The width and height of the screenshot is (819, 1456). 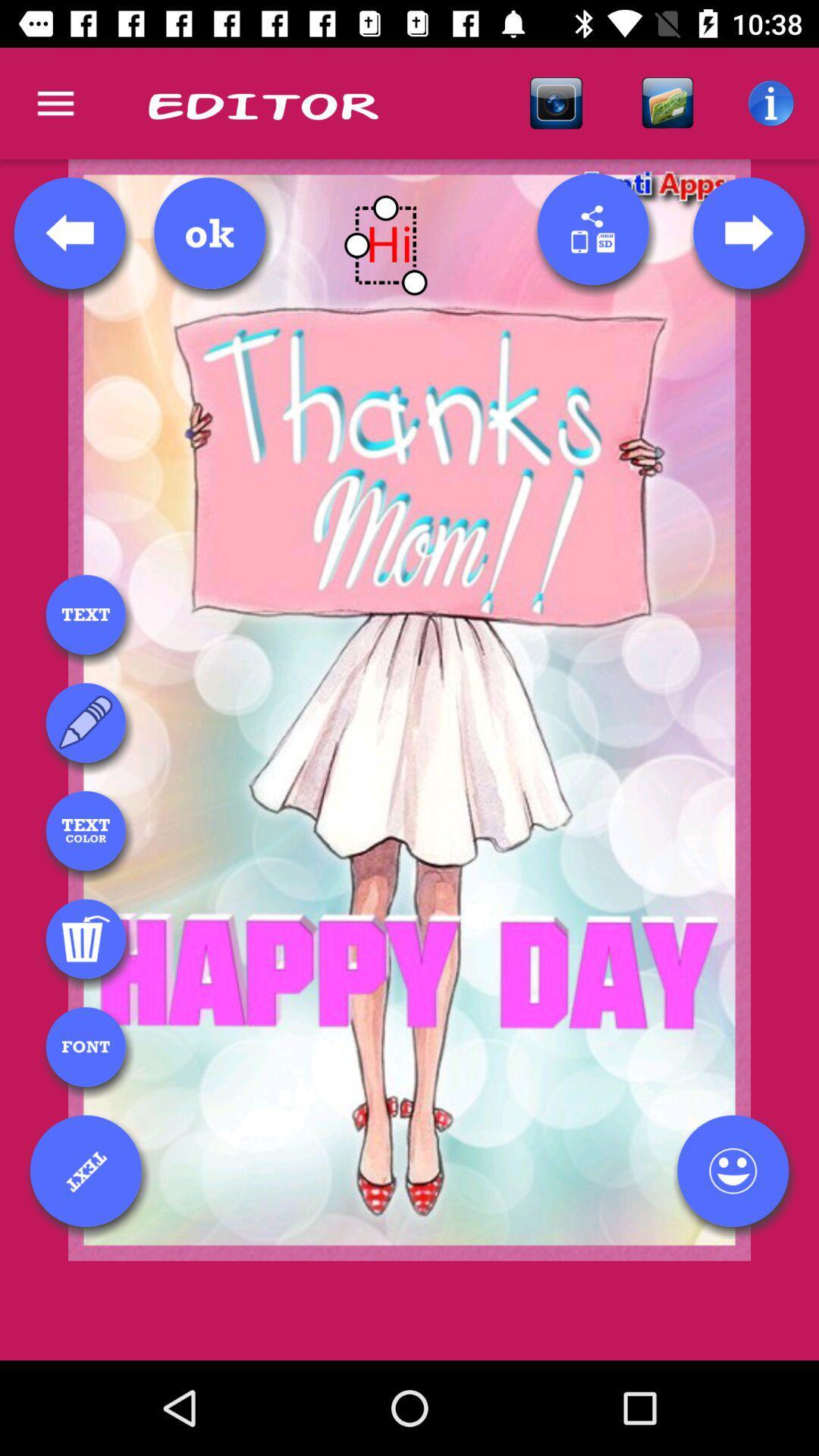 What do you see at coordinates (86, 722) in the screenshot?
I see `the edit icon` at bounding box center [86, 722].